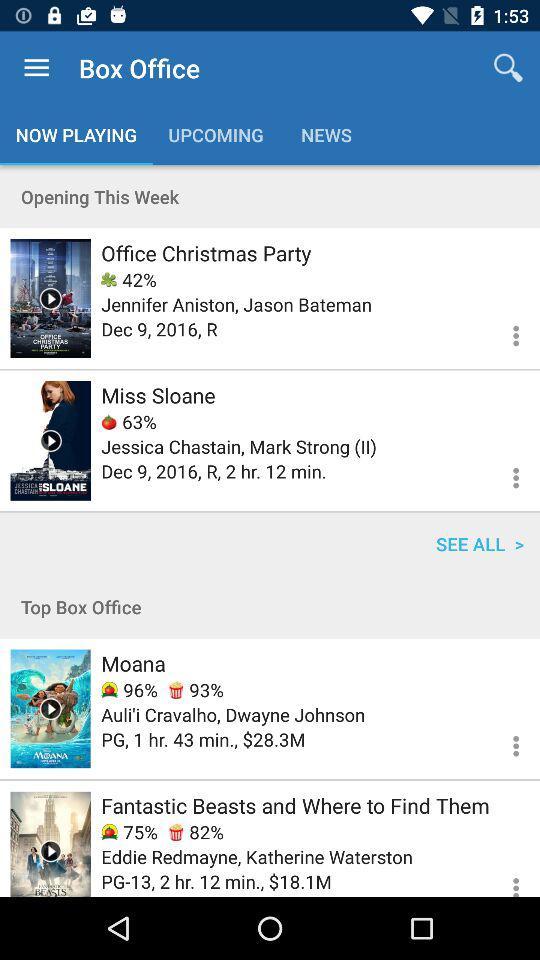  I want to click on room, so click(50, 843).